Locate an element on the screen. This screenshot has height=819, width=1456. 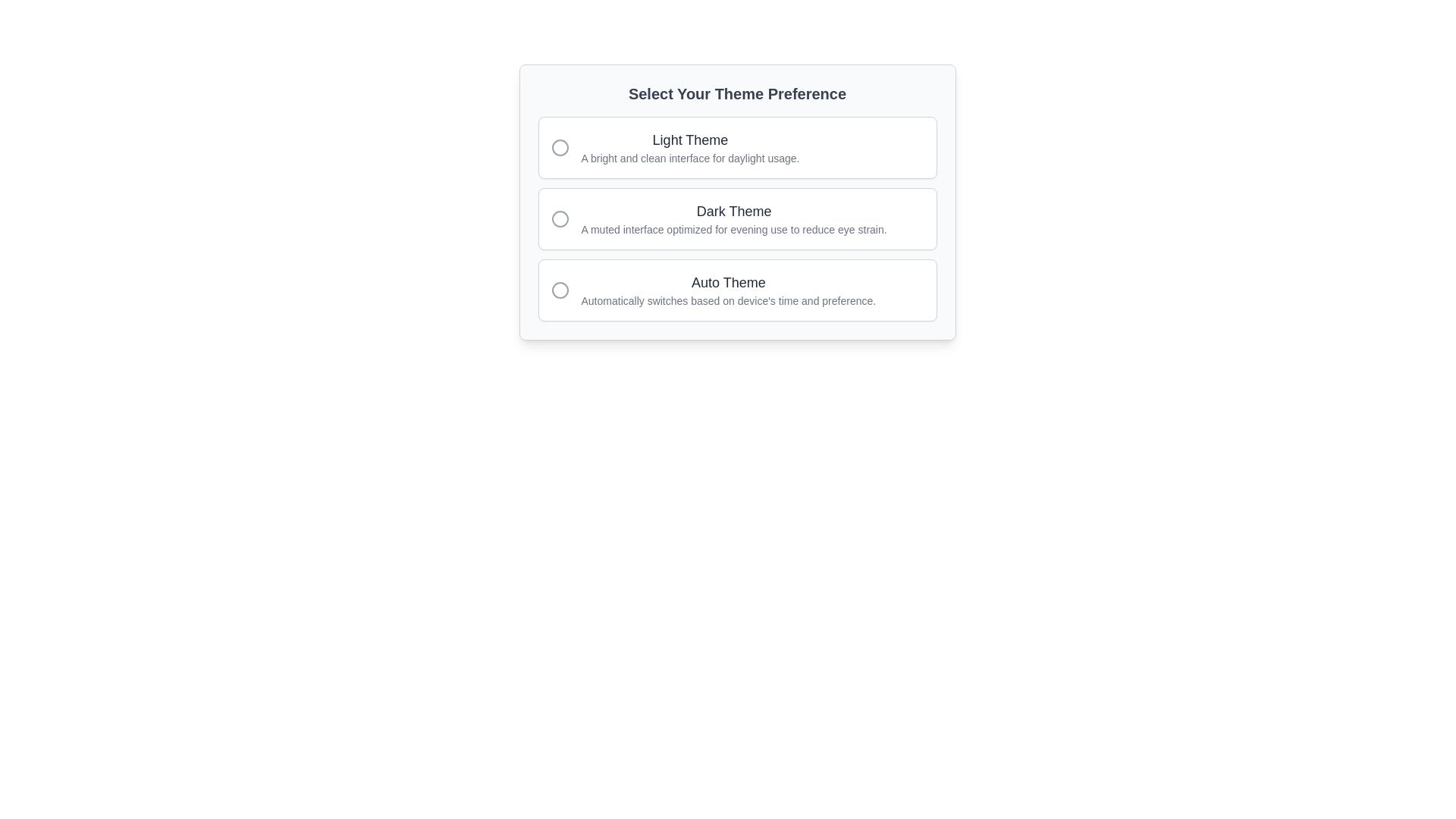
the inner circle of the 'Auto Theme' icon in the third row of the theme selection options list is located at coordinates (559, 290).